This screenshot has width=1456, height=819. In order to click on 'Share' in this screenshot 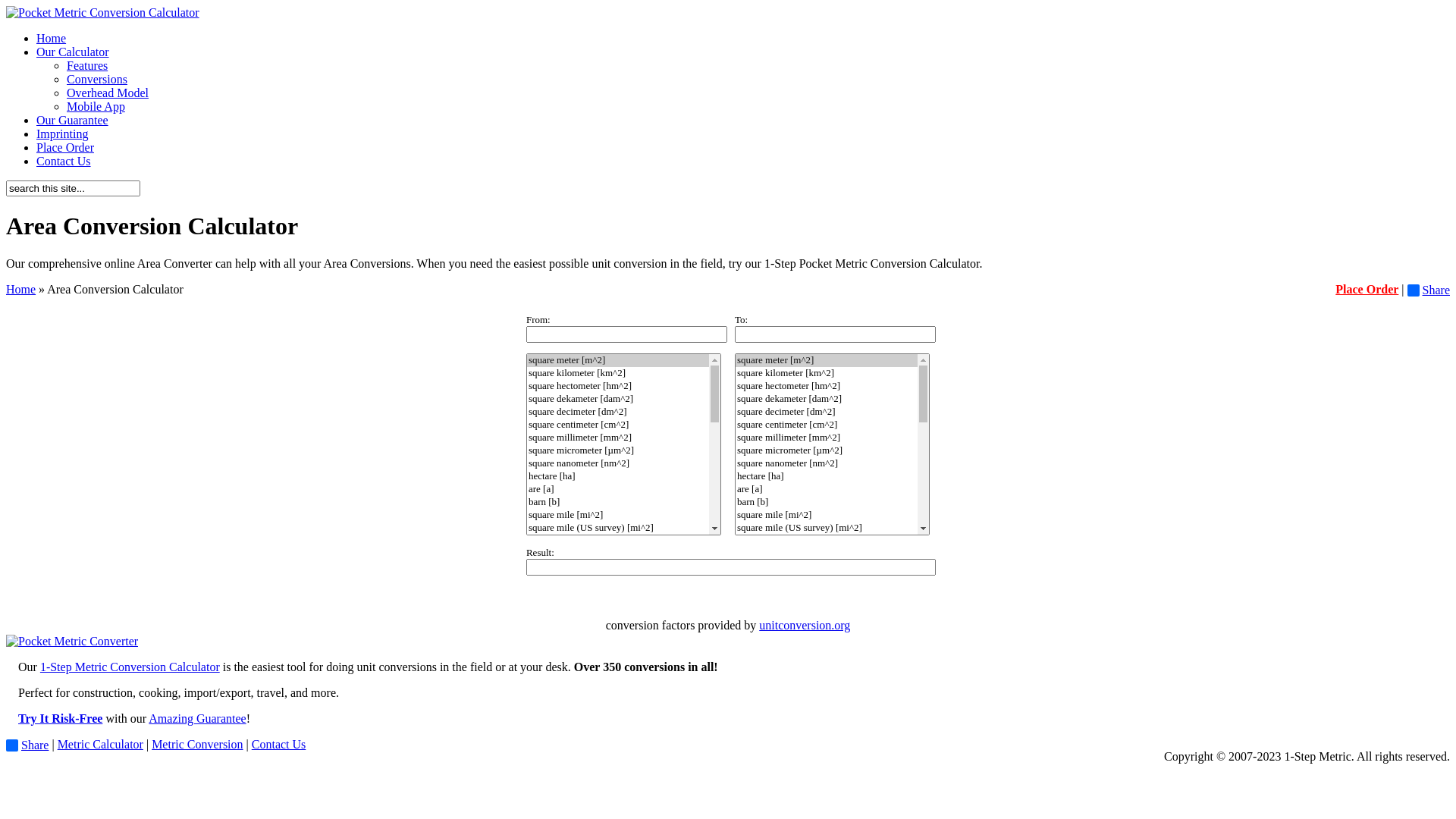, I will do `click(1427, 290)`.